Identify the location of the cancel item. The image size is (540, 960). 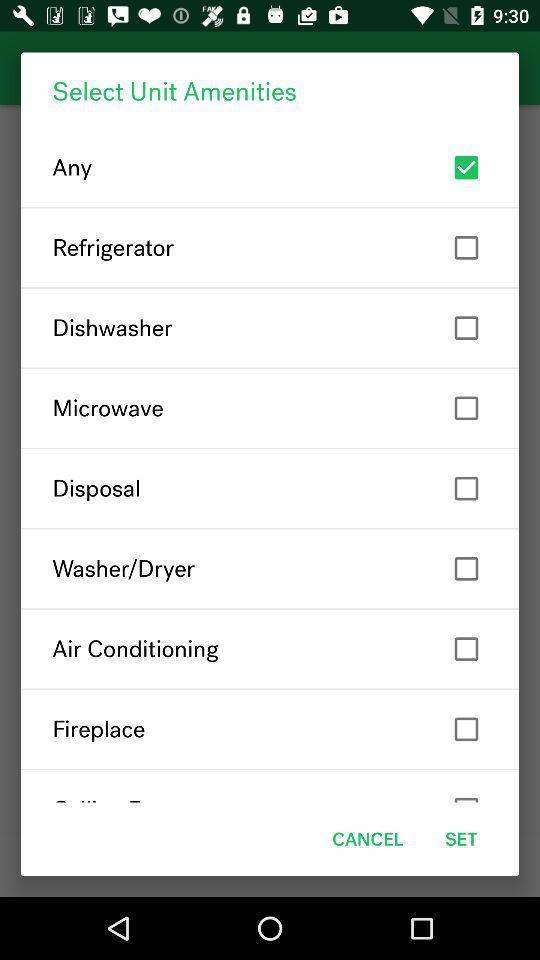
(366, 839).